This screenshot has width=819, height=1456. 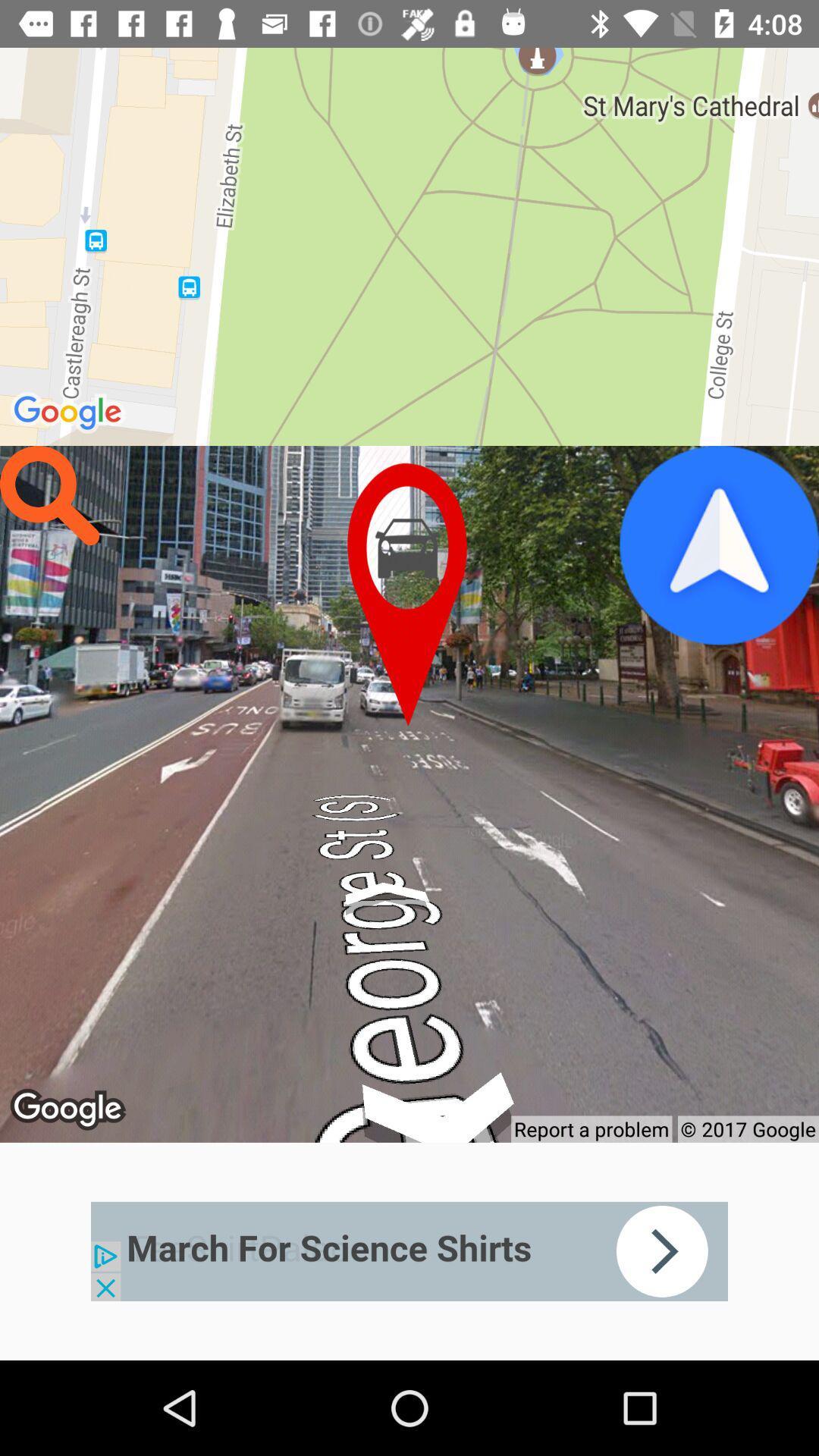 What do you see at coordinates (409, 1251) in the screenshot?
I see `advertisement` at bounding box center [409, 1251].